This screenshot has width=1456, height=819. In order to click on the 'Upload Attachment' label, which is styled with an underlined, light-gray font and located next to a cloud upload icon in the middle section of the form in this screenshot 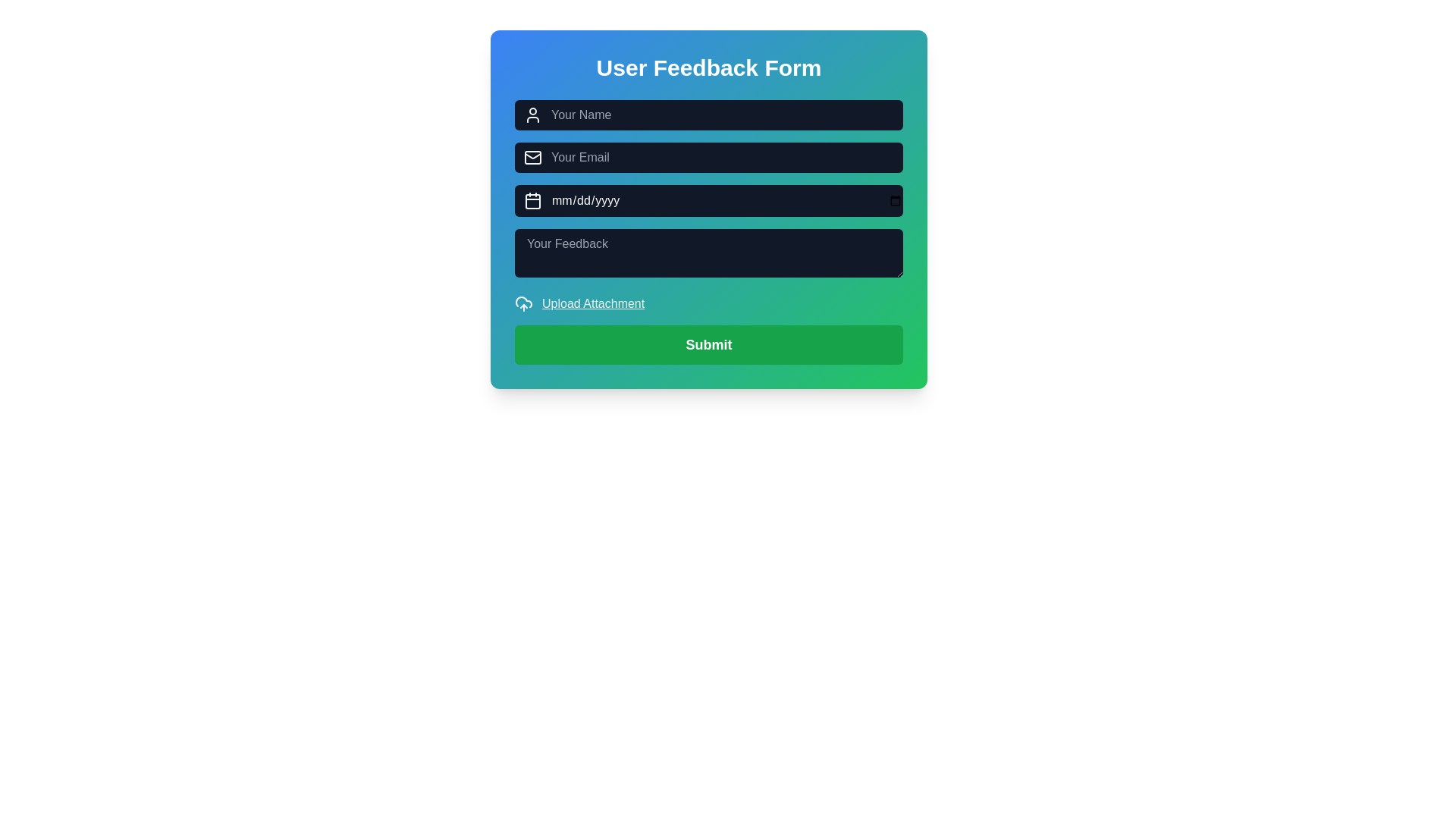, I will do `click(592, 304)`.